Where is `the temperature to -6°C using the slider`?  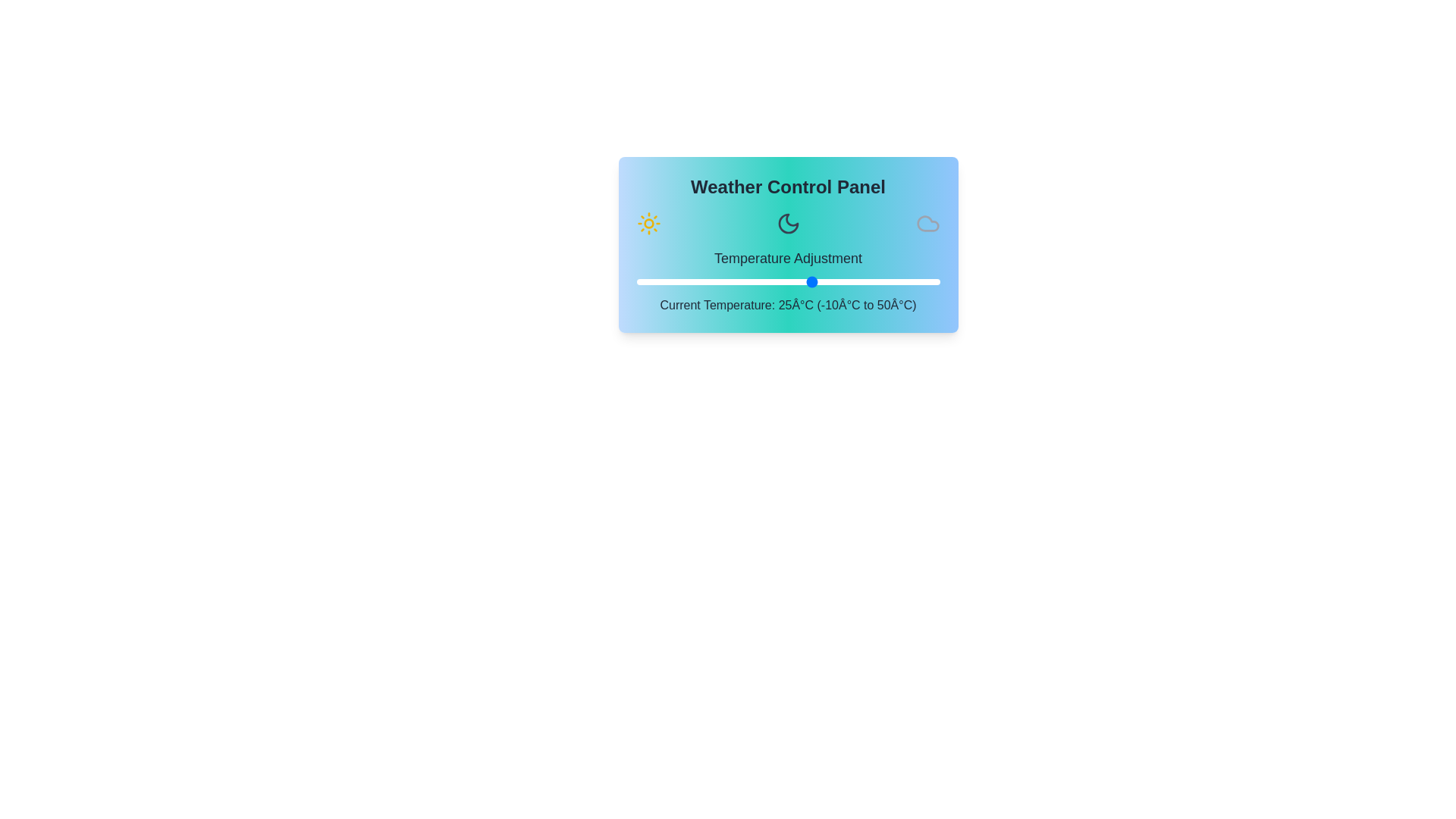 the temperature to -6°C using the slider is located at coordinates (657, 281).